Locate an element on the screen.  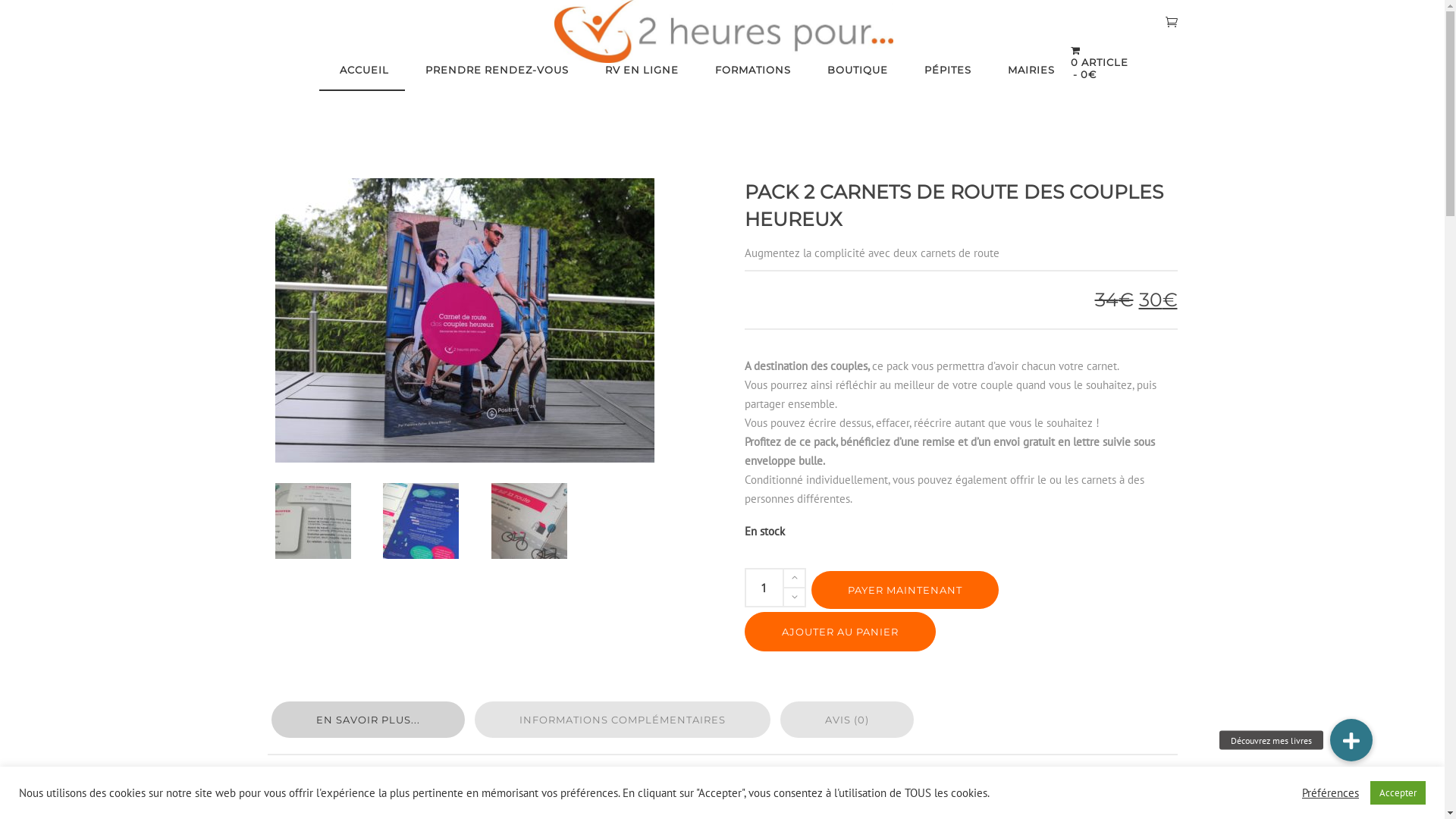
'Accepter' is located at coordinates (1397, 792).